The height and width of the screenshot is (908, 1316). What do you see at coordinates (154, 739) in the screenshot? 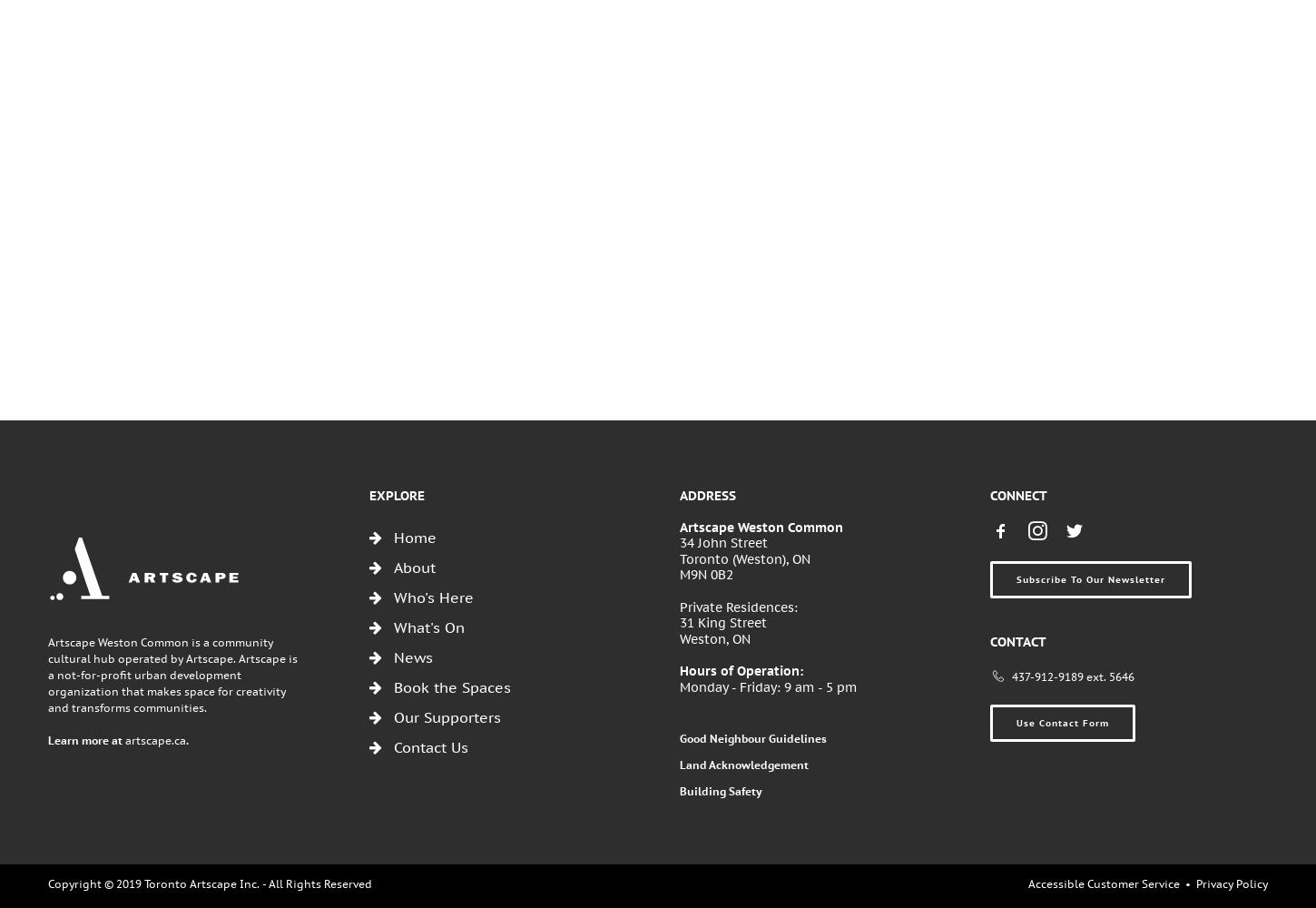
I see `'artscape.ca'` at bounding box center [154, 739].